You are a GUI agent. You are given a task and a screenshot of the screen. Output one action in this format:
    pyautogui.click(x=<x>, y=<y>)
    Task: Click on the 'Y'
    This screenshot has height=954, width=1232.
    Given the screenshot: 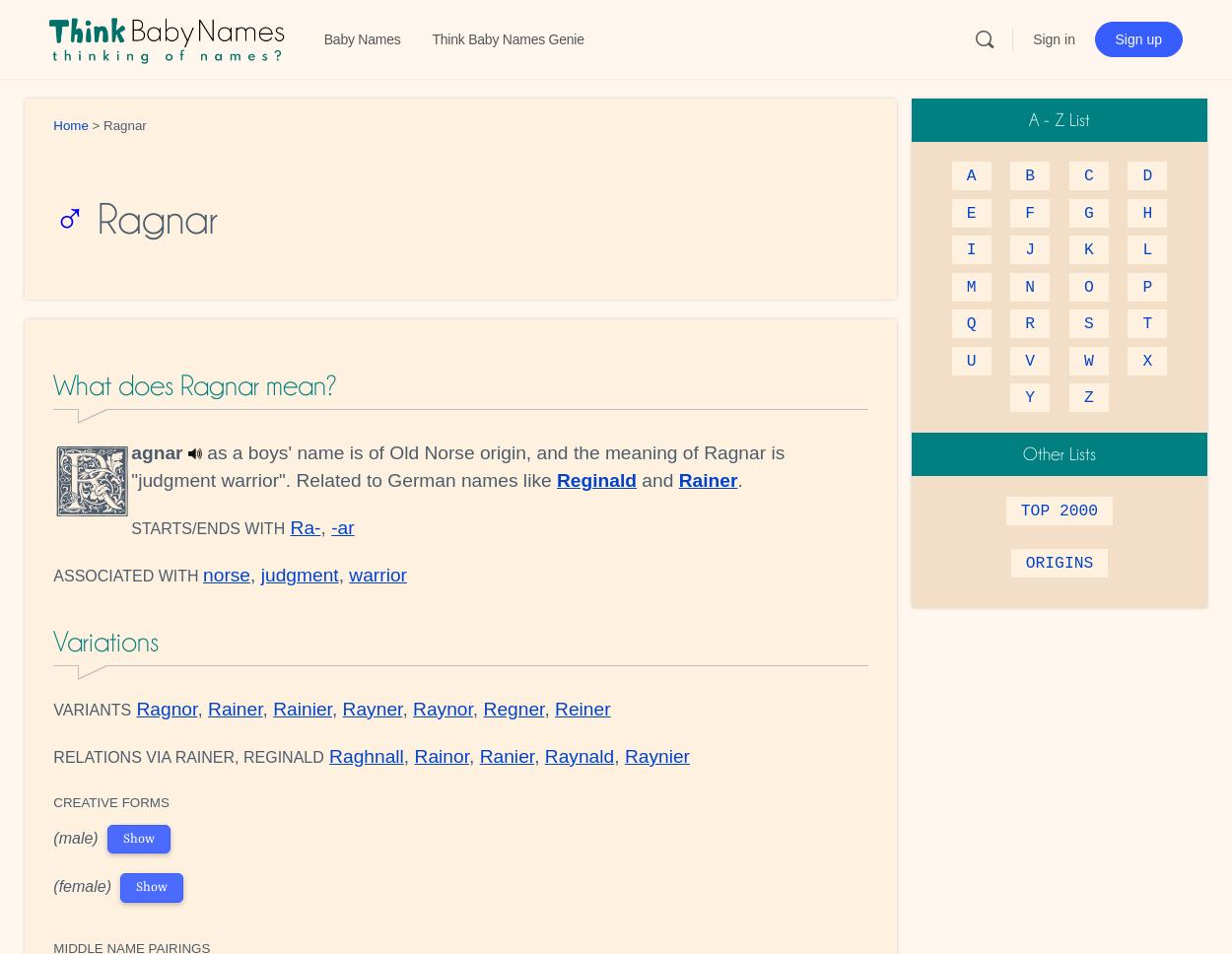 What is the action you would take?
    pyautogui.click(x=1030, y=396)
    